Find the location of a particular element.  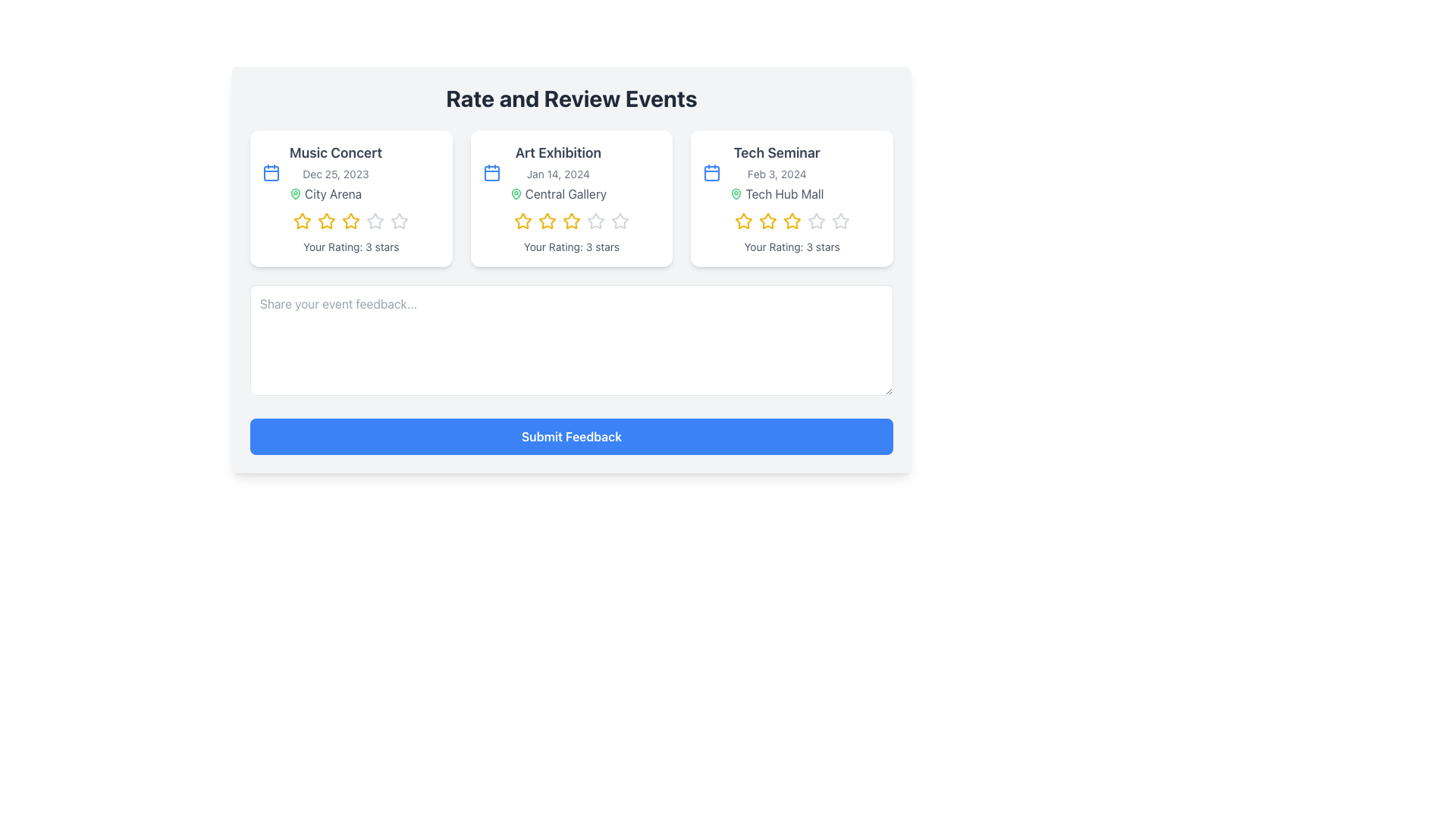

the first yellow star icon in the rating system under the 'Music Concert' card is located at coordinates (303, 221).